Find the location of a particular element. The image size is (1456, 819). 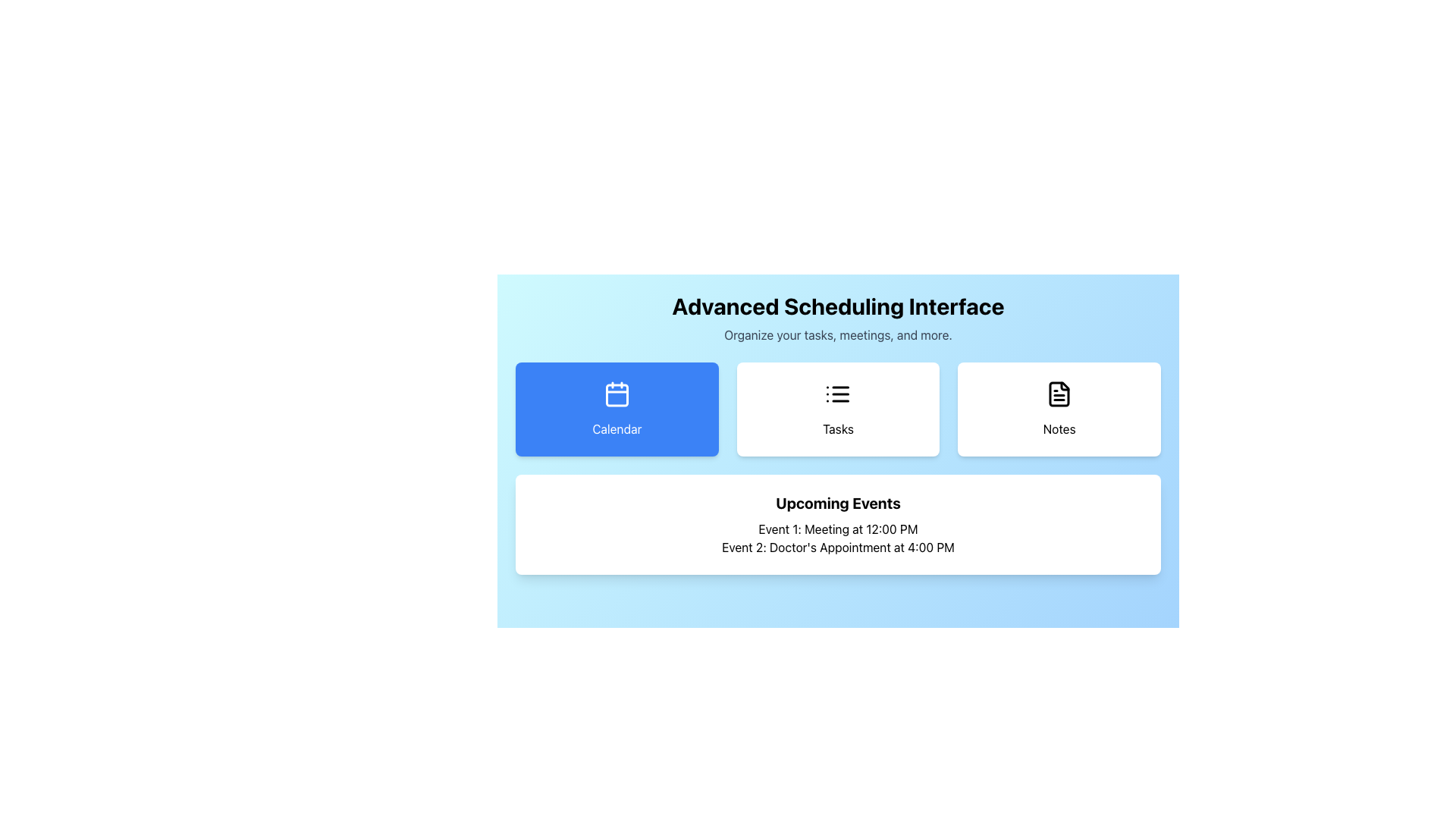

the text label within the blue card that indicates functionality related is located at coordinates (617, 429).